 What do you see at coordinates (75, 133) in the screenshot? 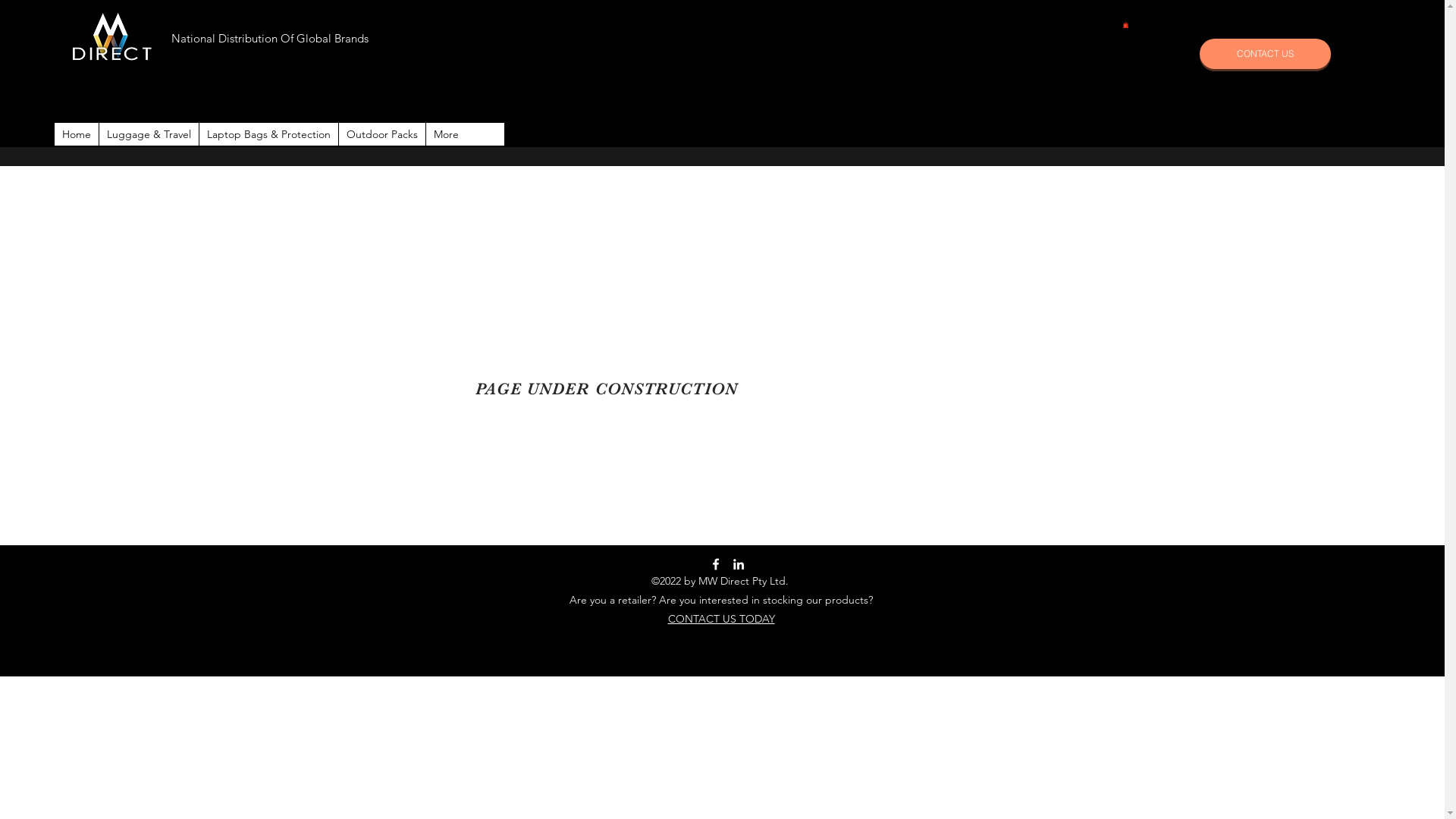
I see `'Home'` at bounding box center [75, 133].